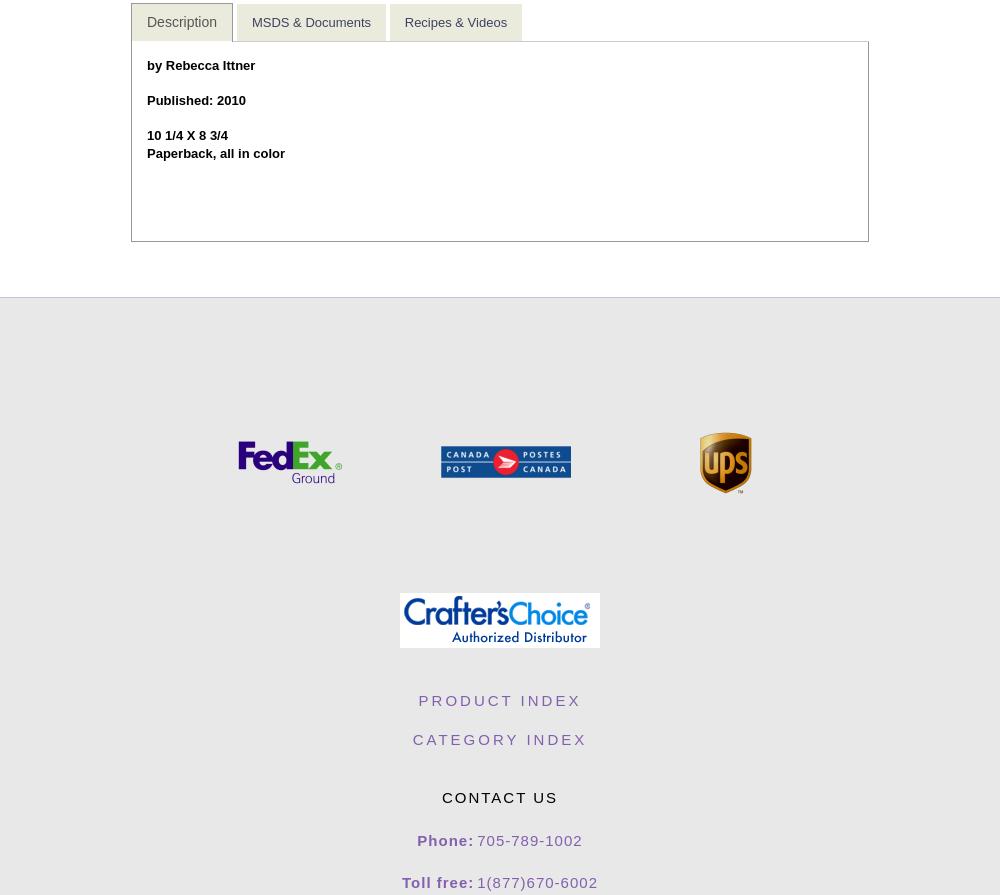 This screenshot has width=1000, height=895. Describe the element at coordinates (187, 135) in the screenshot. I see `'10 1/4 X 8 3/4'` at that location.